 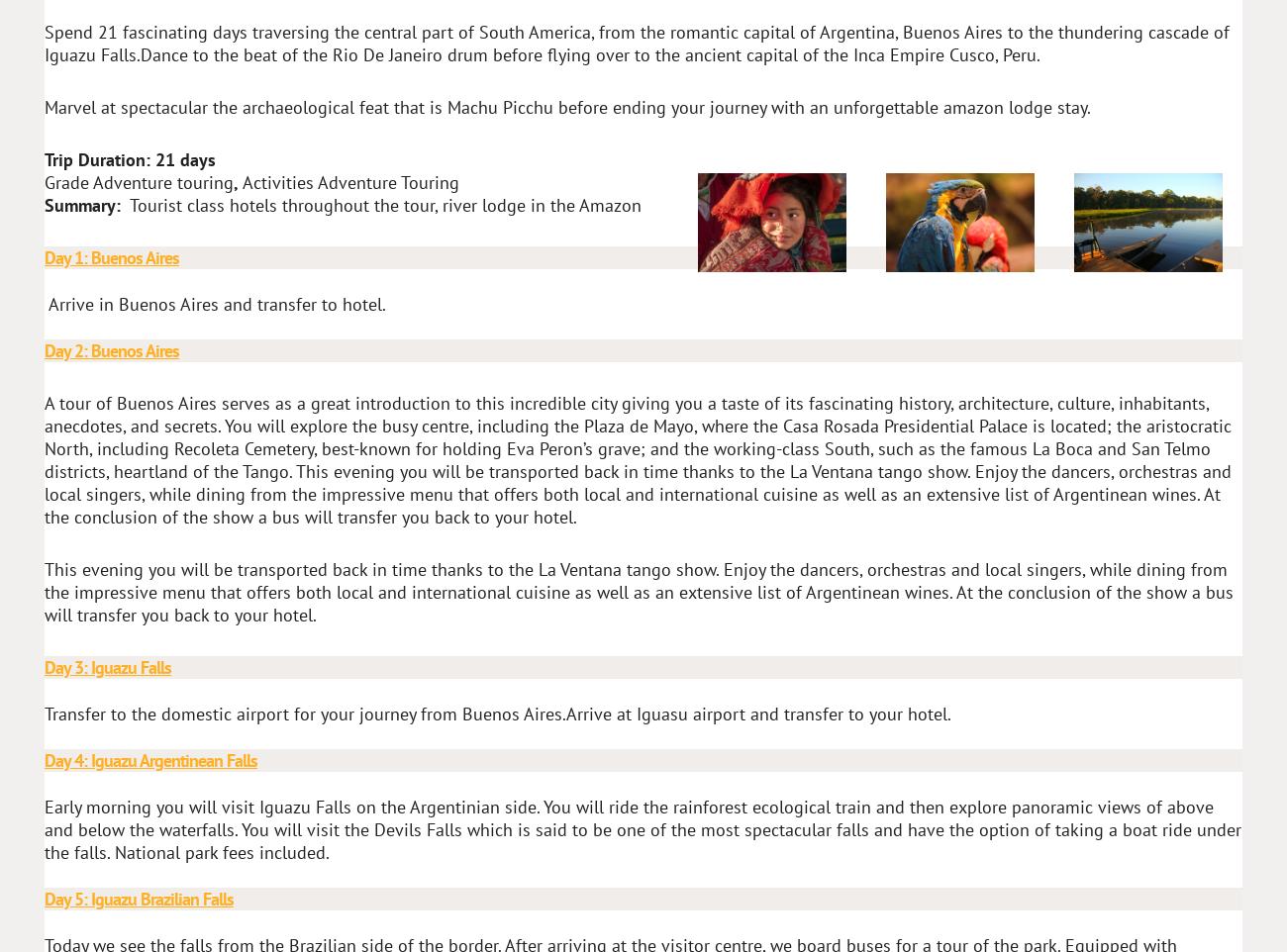 What do you see at coordinates (643, 828) in the screenshot?
I see `'Early morning you will visit Iguazu Falls on the Argentinian side. You will ride the rainforest ecological train and then explore panoramic views of above and below the waterfalls. You will visit the Devils Falls which is said to be one of the most spectacular falls and have the option of taking a boat ride under the falls. National park fees included.'` at bounding box center [643, 828].